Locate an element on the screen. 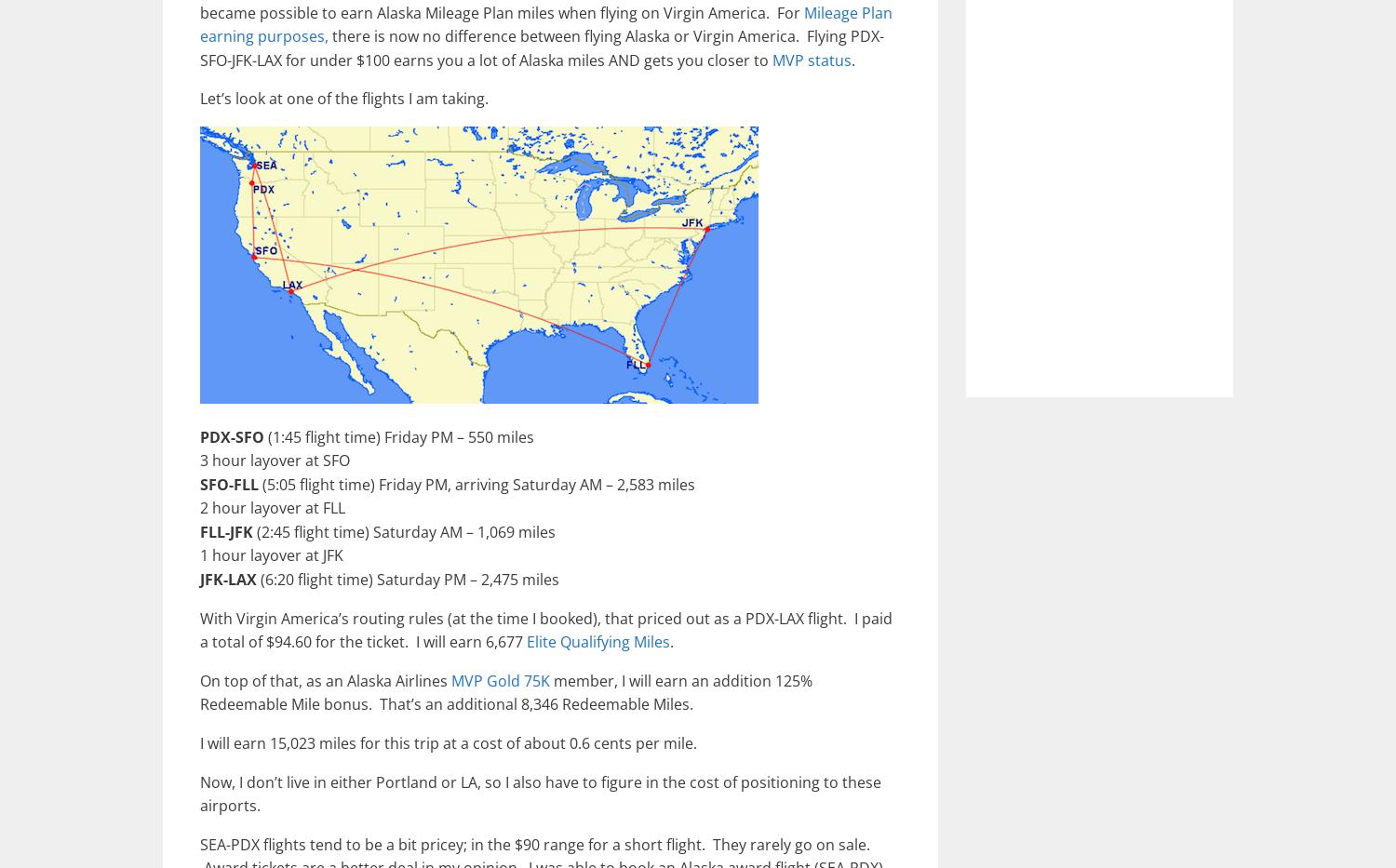  'member, I will earn an addition 125% Redeemable Mile bonus.  That’s an additional 8,346 Redeemable Miles.' is located at coordinates (506, 690).